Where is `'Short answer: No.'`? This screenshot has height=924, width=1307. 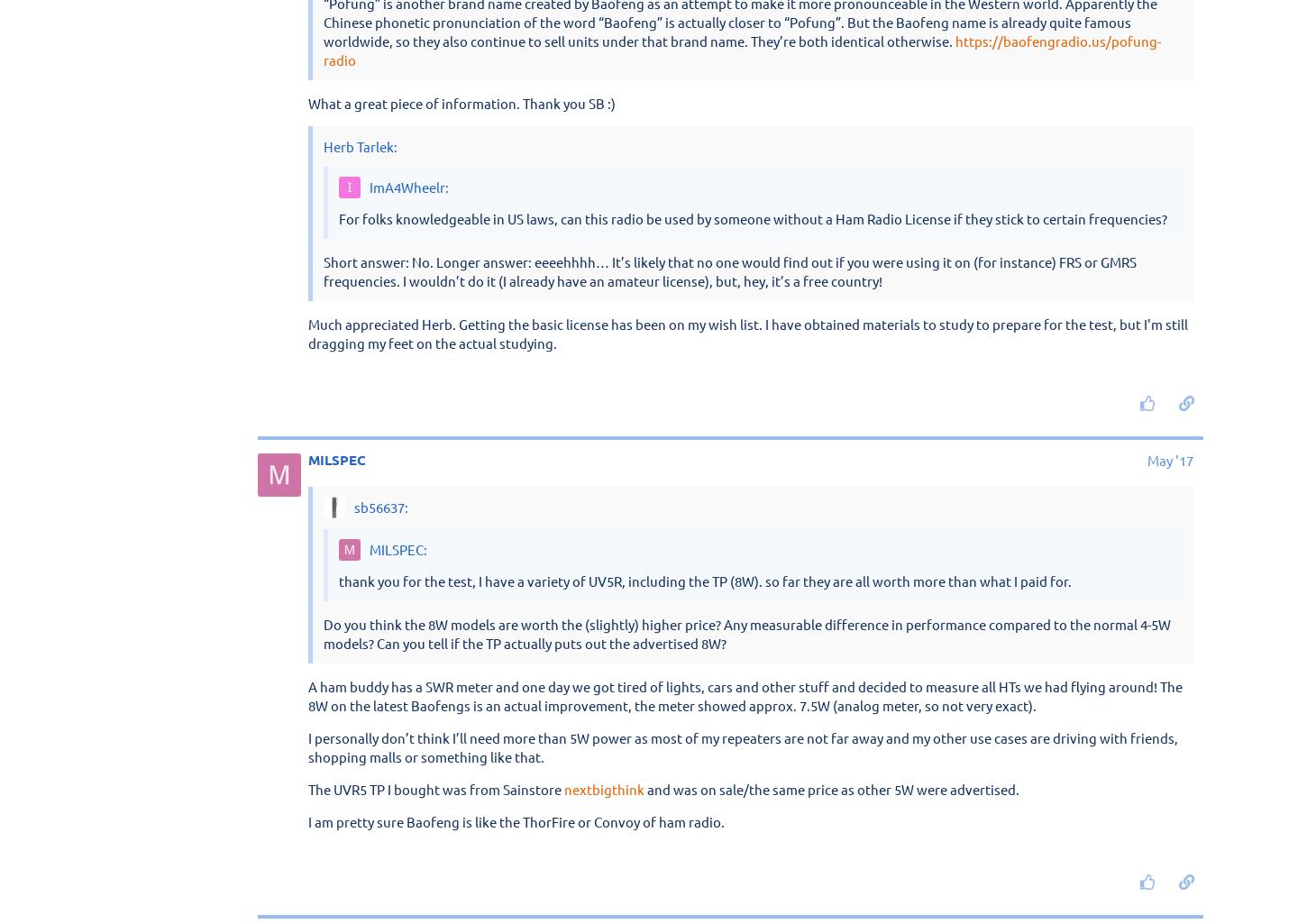
'Short answer: No.' is located at coordinates (308, 191).